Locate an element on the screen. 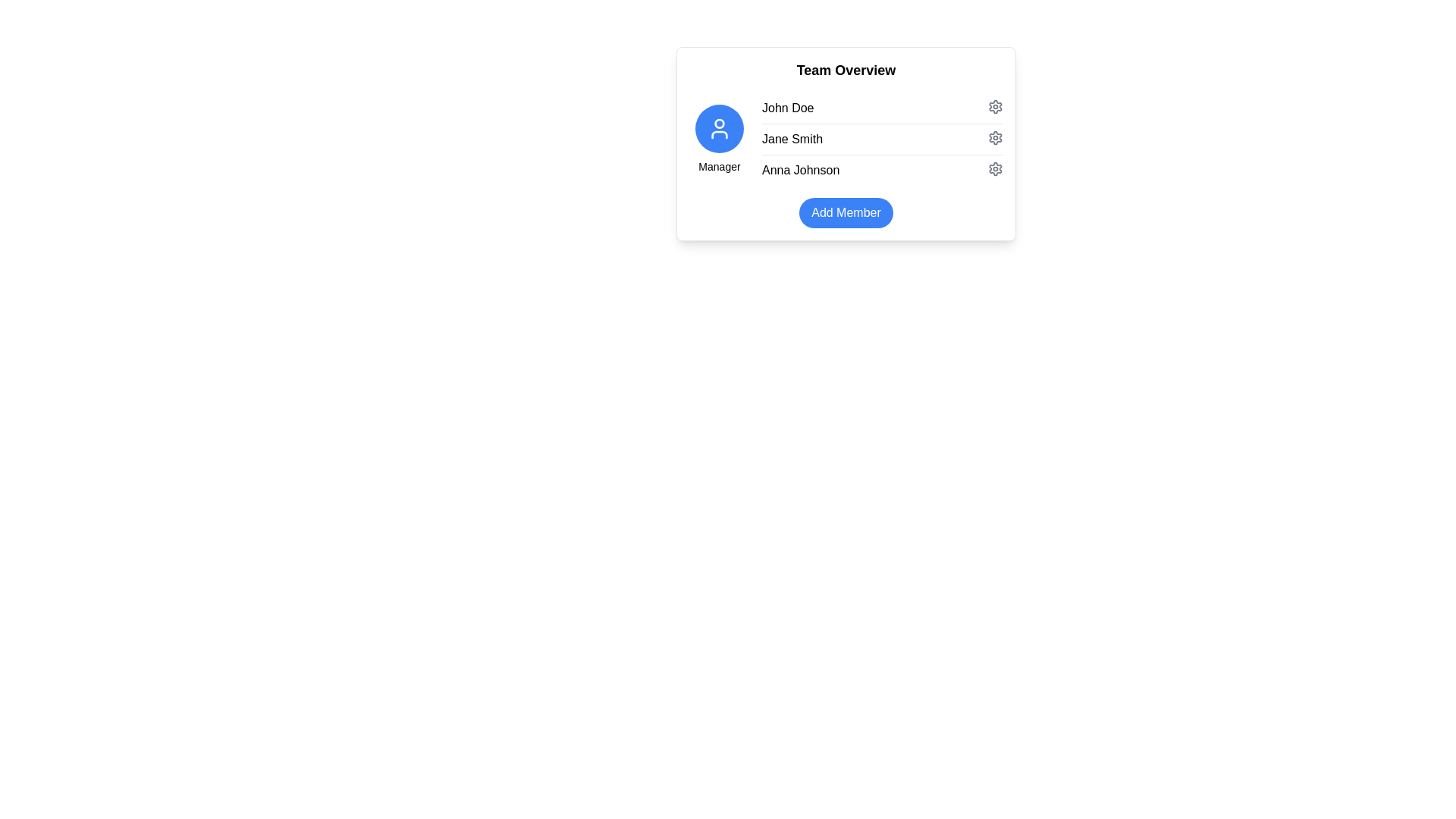 This screenshot has height=819, width=1456. the text label displaying 'Anna Johnson' which is the third entry under the 'Manager' label in the 'Team Overview' card is located at coordinates (800, 170).